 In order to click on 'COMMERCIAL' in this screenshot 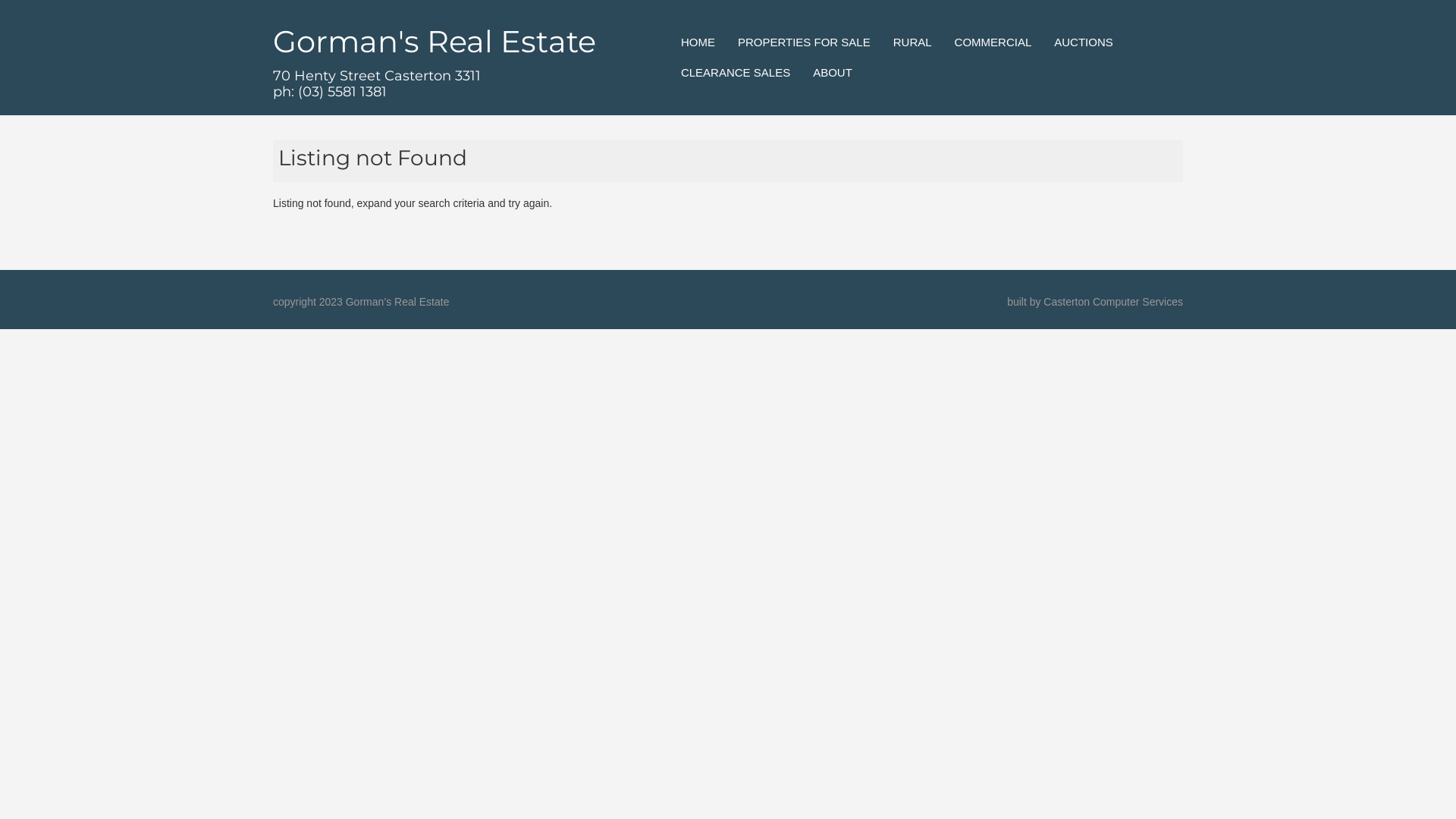, I will do `click(993, 42)`.